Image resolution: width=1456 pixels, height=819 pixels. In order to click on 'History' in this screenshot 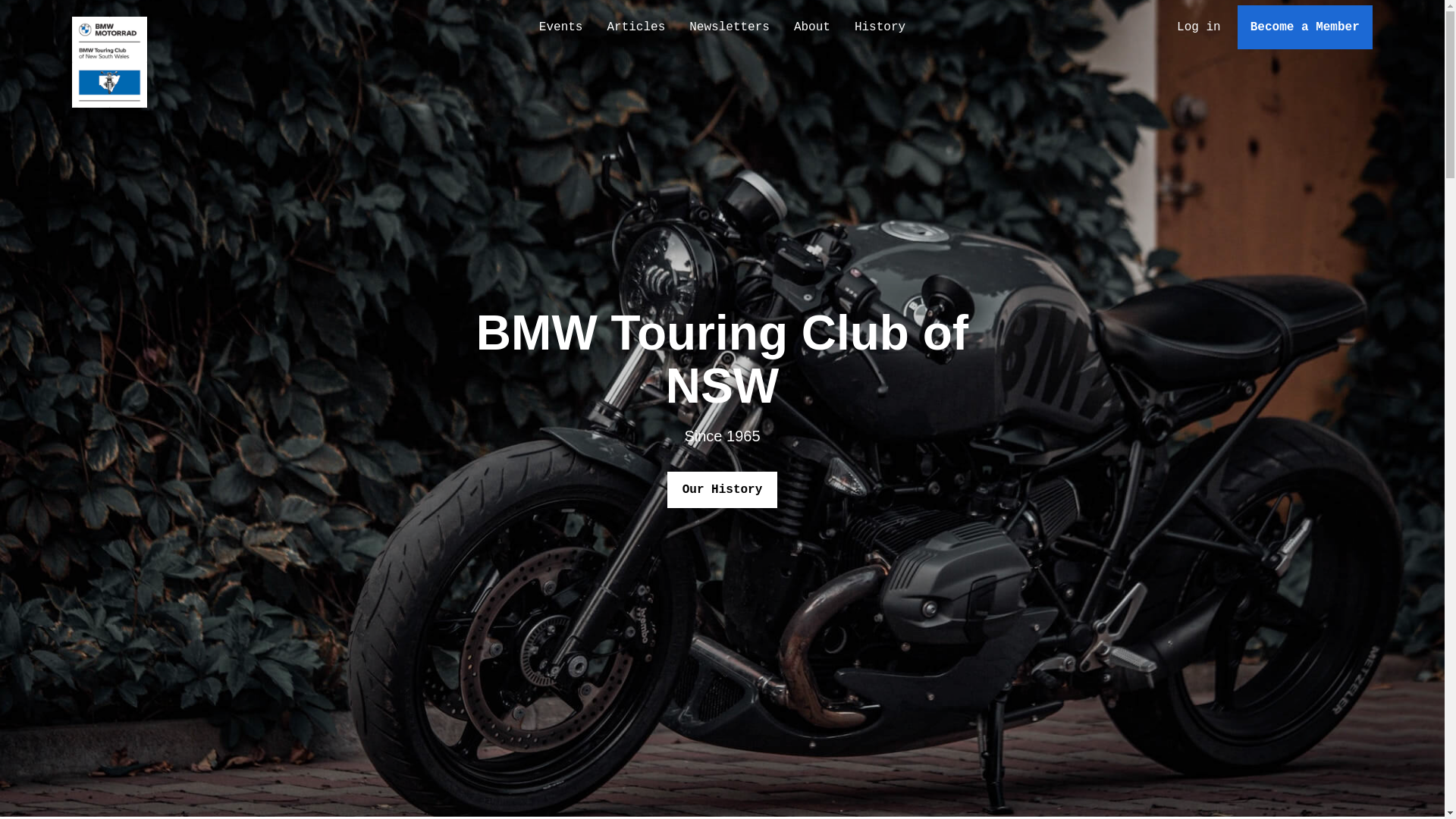, I will do `click(841, 27)`.